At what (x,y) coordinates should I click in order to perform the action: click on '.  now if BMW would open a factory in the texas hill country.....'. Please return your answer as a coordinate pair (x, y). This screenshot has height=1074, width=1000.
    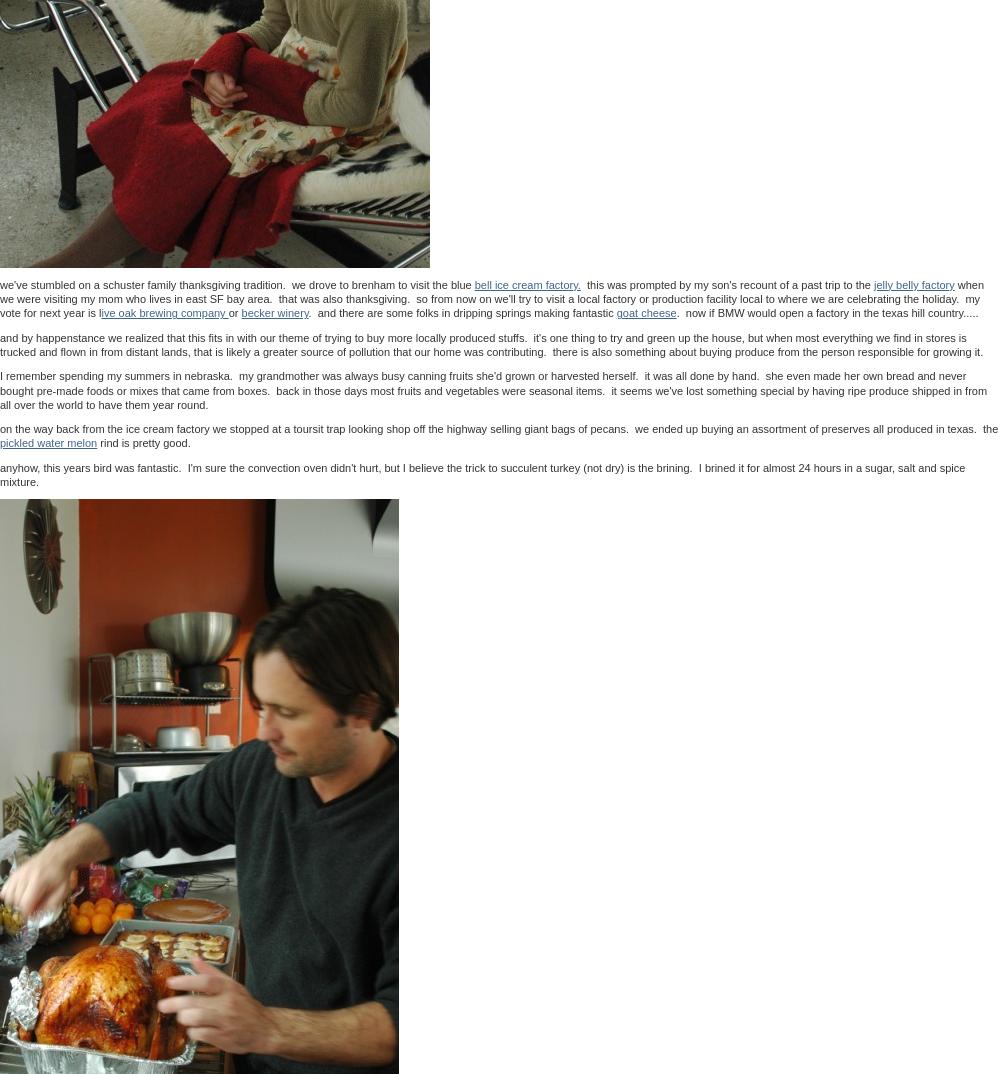
    Looking at the image, I should click on (826, 312).